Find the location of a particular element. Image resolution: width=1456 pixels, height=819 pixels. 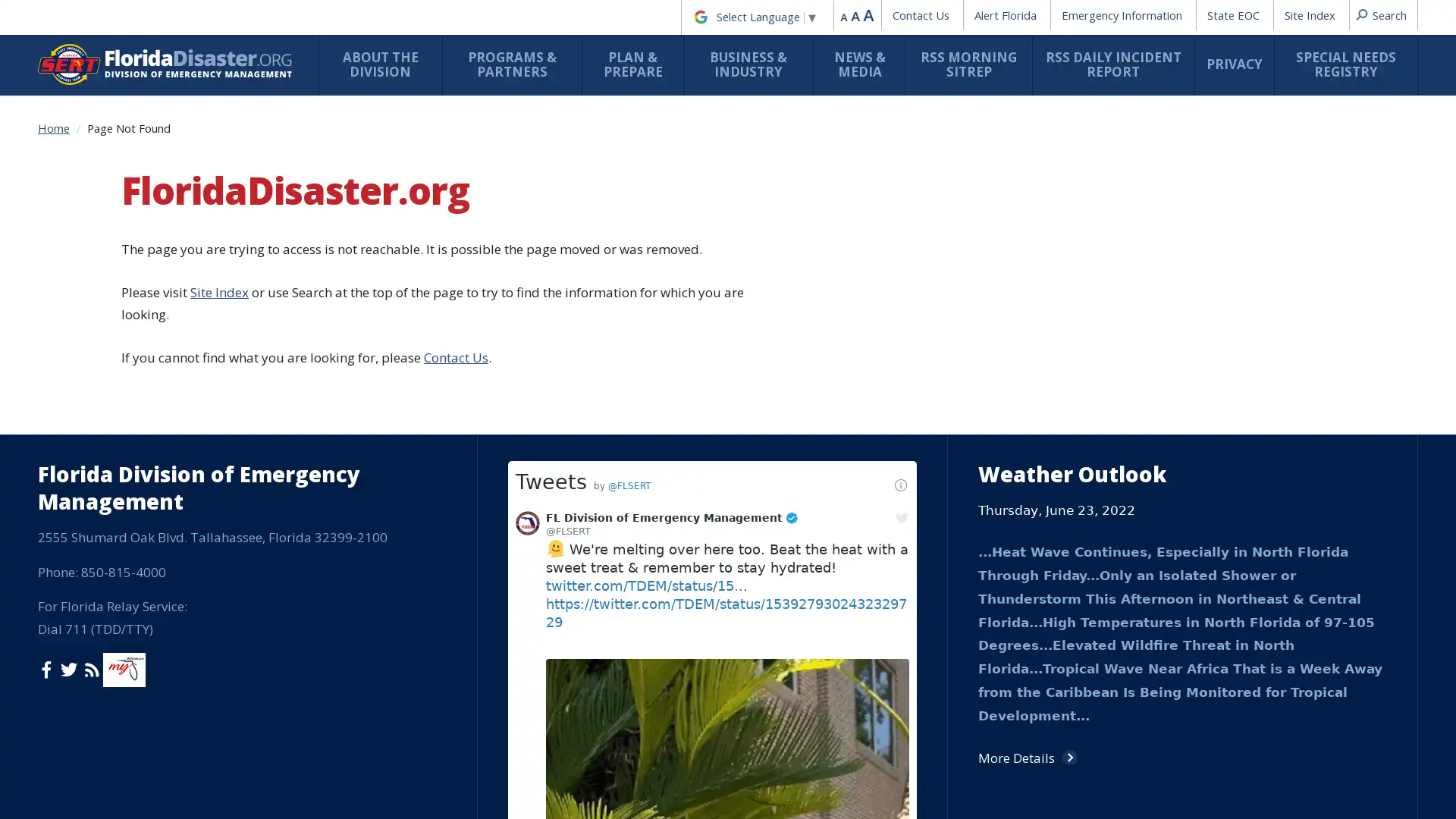

Toggle More is located at coordinates (607, 716).